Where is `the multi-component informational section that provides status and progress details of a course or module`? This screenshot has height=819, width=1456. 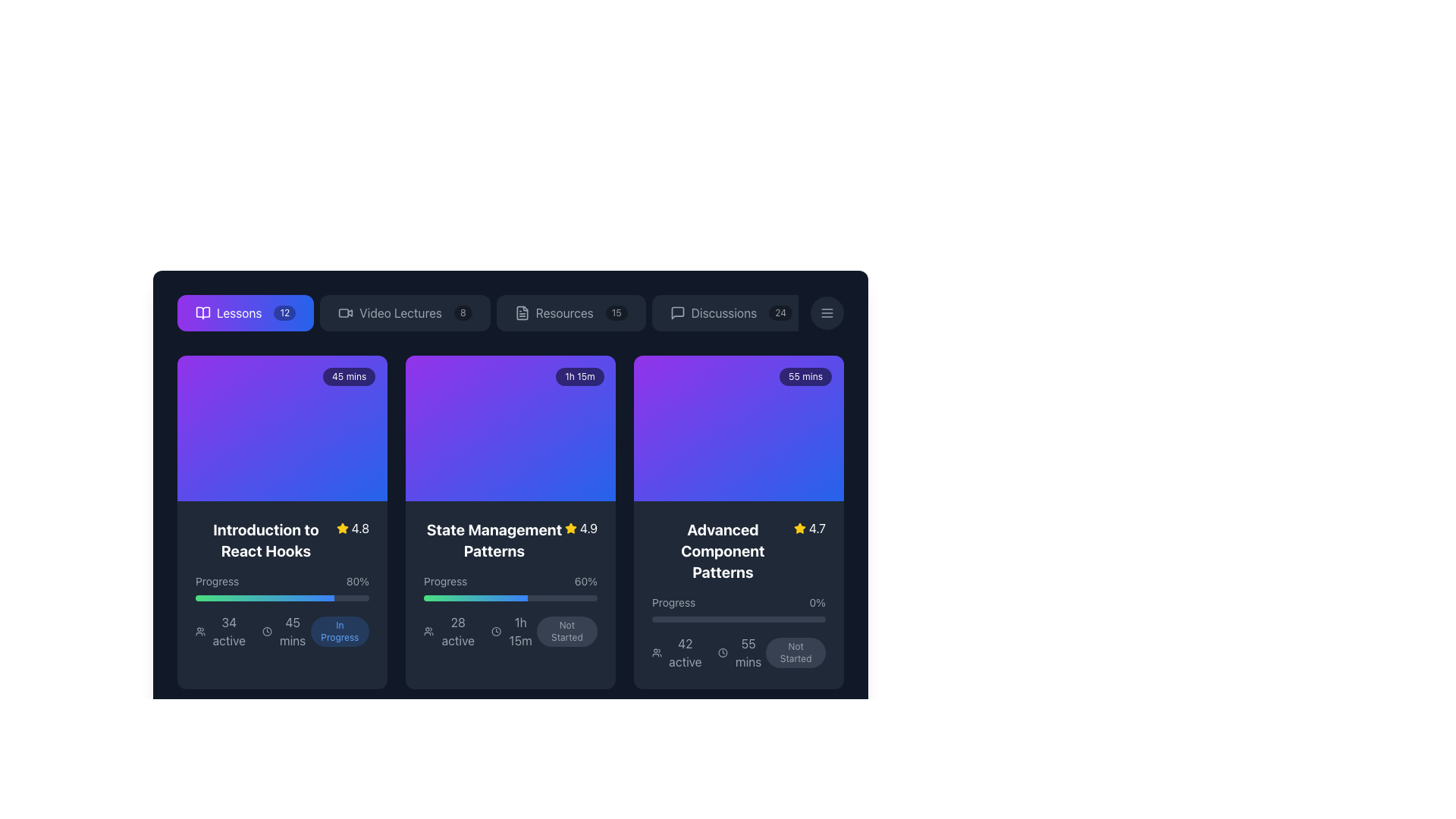
the multi-component informational section that provides status and progress details of a course or module is located at coordinates (282, 632).